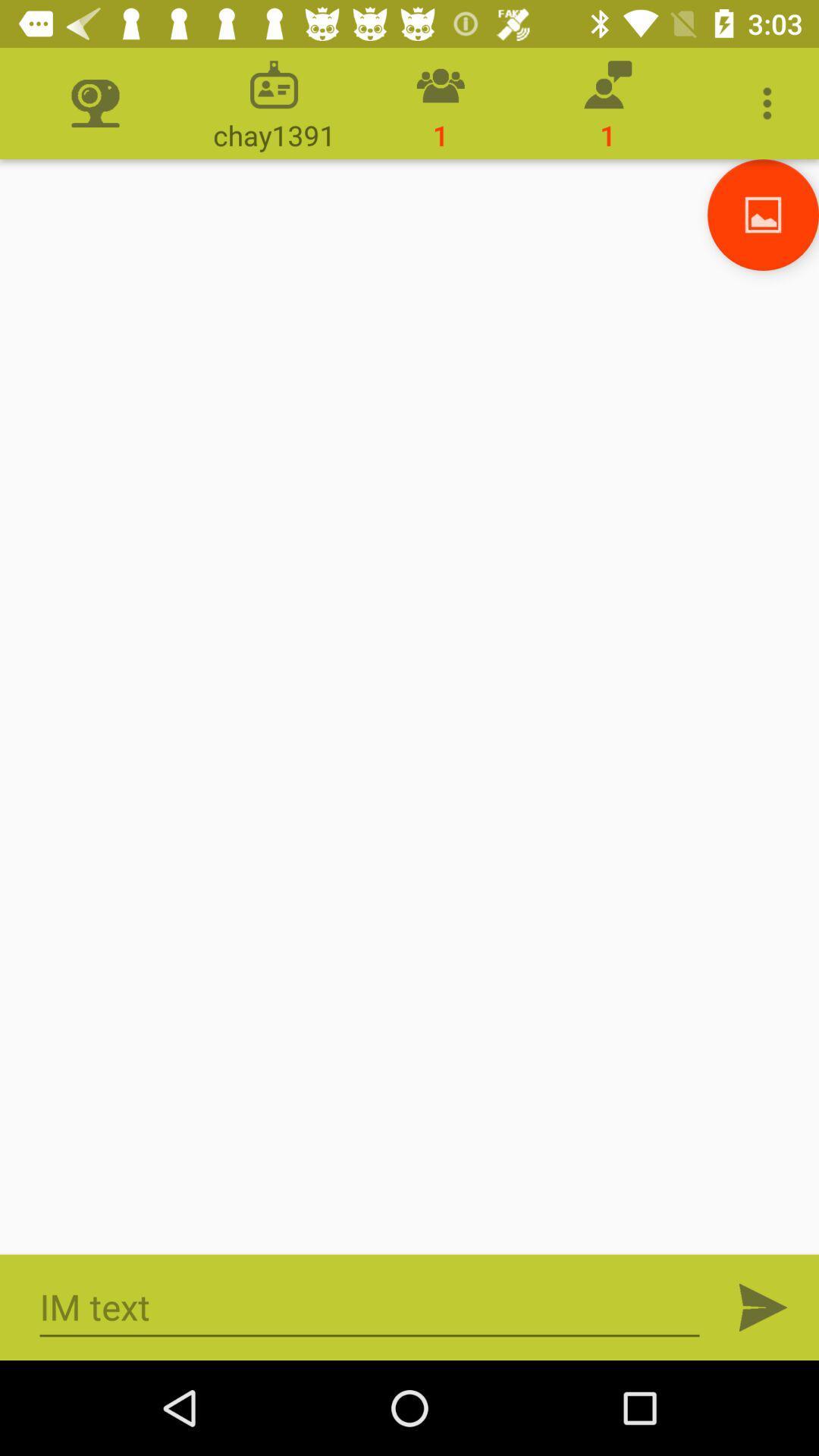  What do you see at coordinates (369, 1307) in the screenshot?
I see `open text box` at bounding box center [369, 1307].